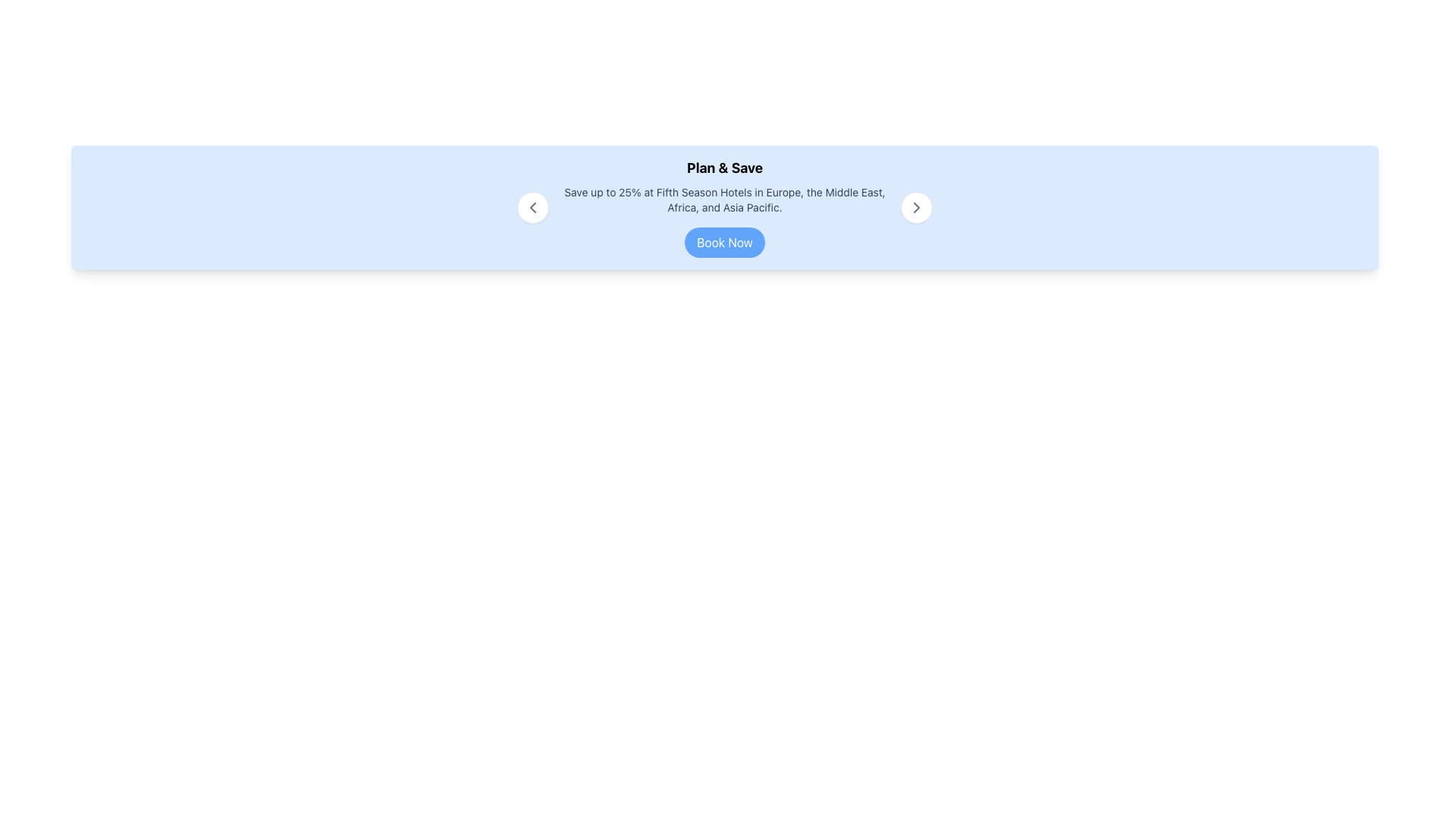 This screenshot has width=1456, height=819. I want to click on the left-pointing chevron icon contained within a circular white button on the left side of the horizontal blue banner, so click(532, 207).